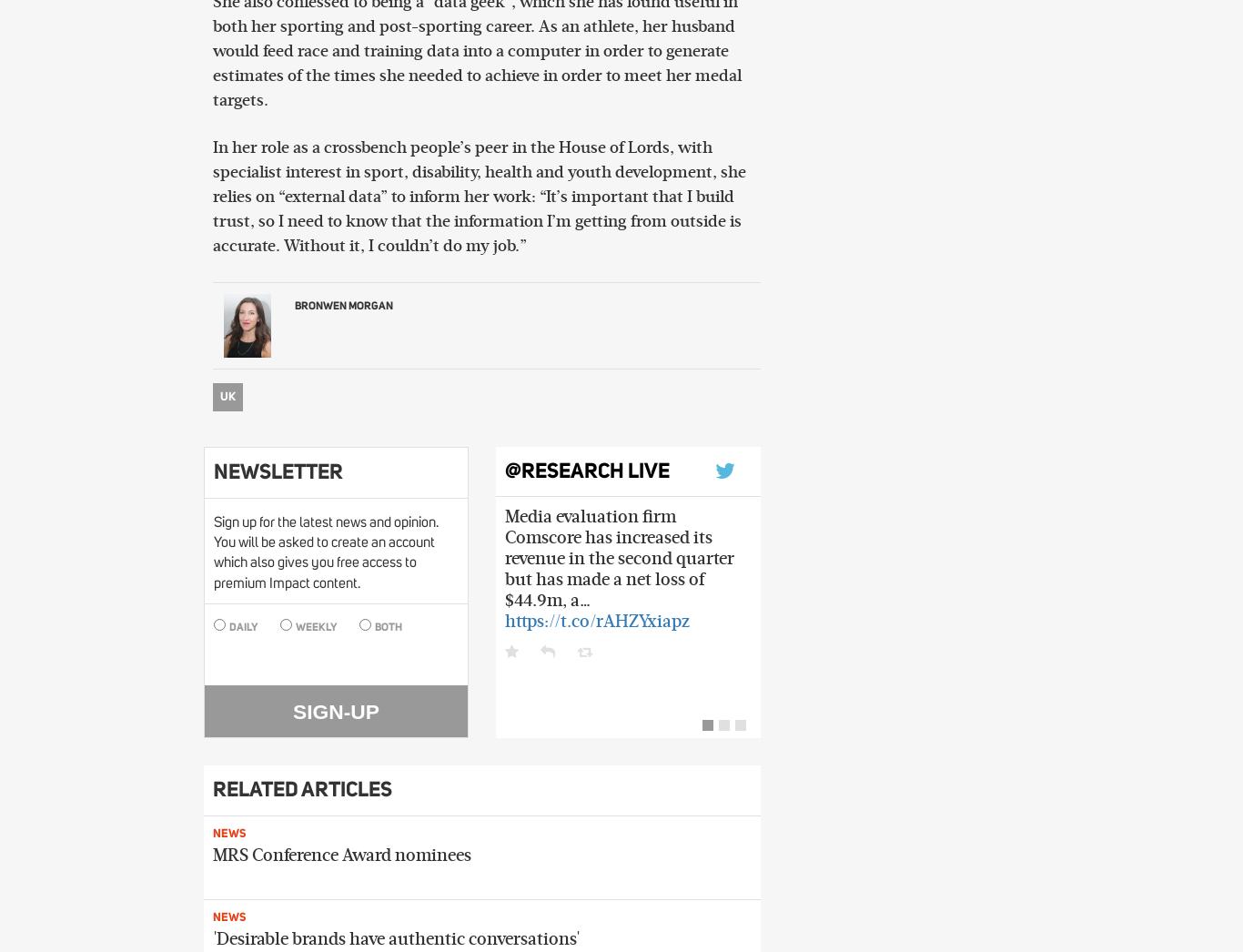 This screenshot has height=952, width=1243. Describe the element at coordinates (295, 304) in the screenshot. I see `'Bronwen Morgan'` at that location.